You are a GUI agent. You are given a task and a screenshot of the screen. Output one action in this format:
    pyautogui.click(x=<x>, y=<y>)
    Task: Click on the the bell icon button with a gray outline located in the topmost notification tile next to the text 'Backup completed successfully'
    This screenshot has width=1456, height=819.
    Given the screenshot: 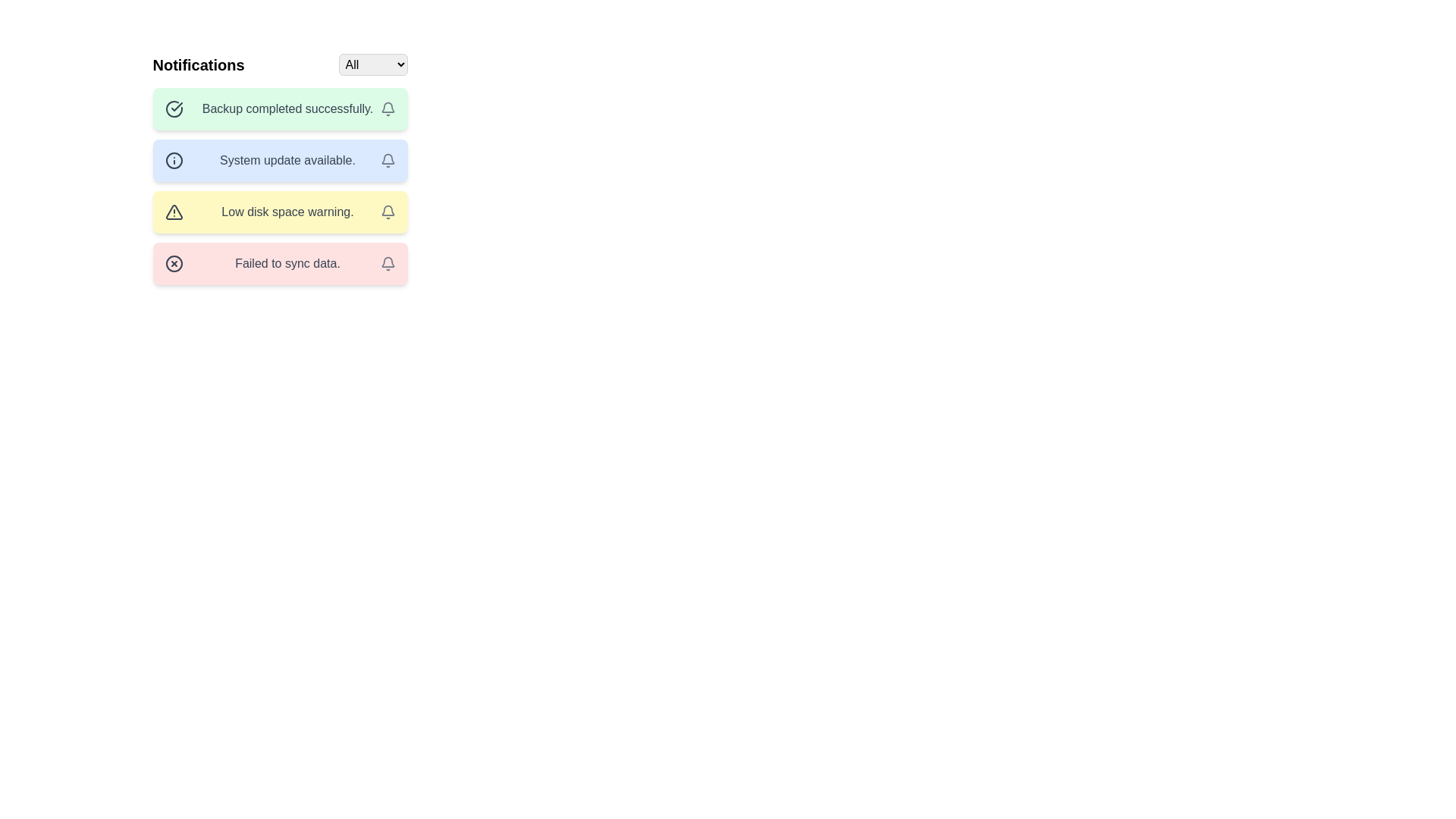 What is the action you would take?
    pyautogui.click(x=388, y=108)
    